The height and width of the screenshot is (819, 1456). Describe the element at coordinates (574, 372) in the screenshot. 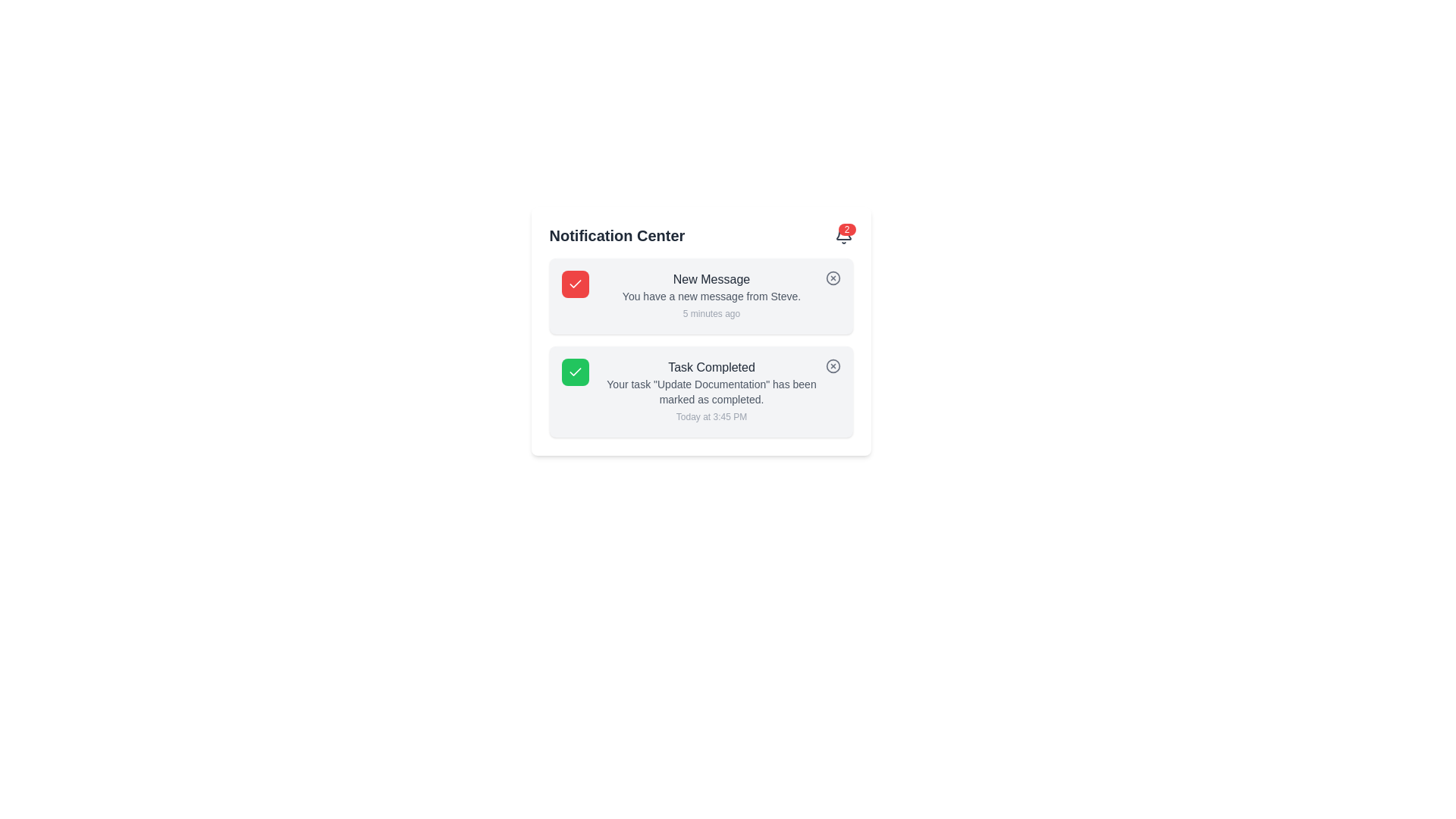

I see `completion icon located inside the 'Task Completed' notification, positioned to the left of the title text and above the descriptive text` at that location.